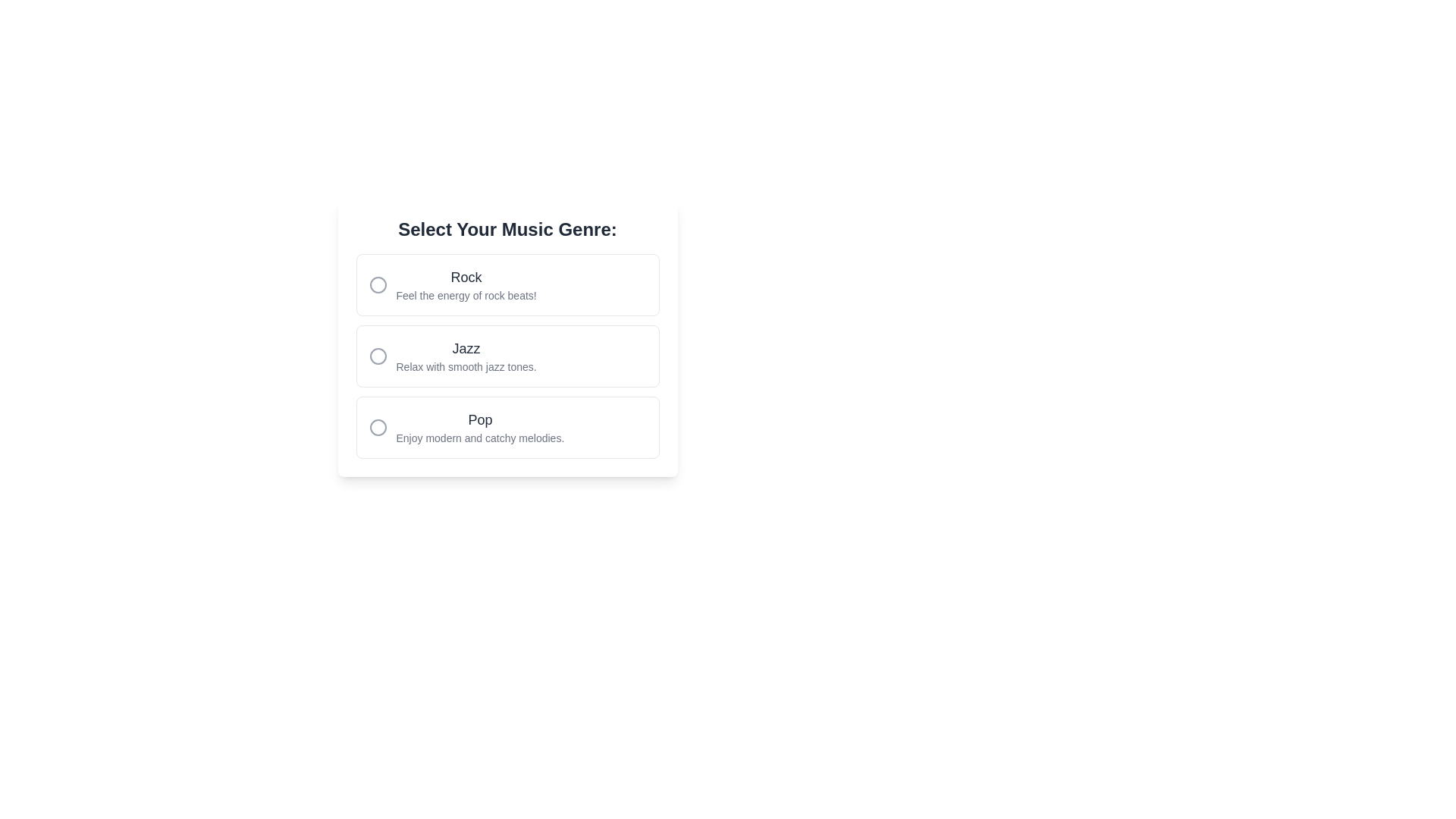 This screenshot has width=1456, height=819. What do you see at coordinates (466, 284) in the screenshot?
I see `the text block titled 'Rock' that describes the energy of rock beats to trigger the tooltip` at bounding box center [466, 284].